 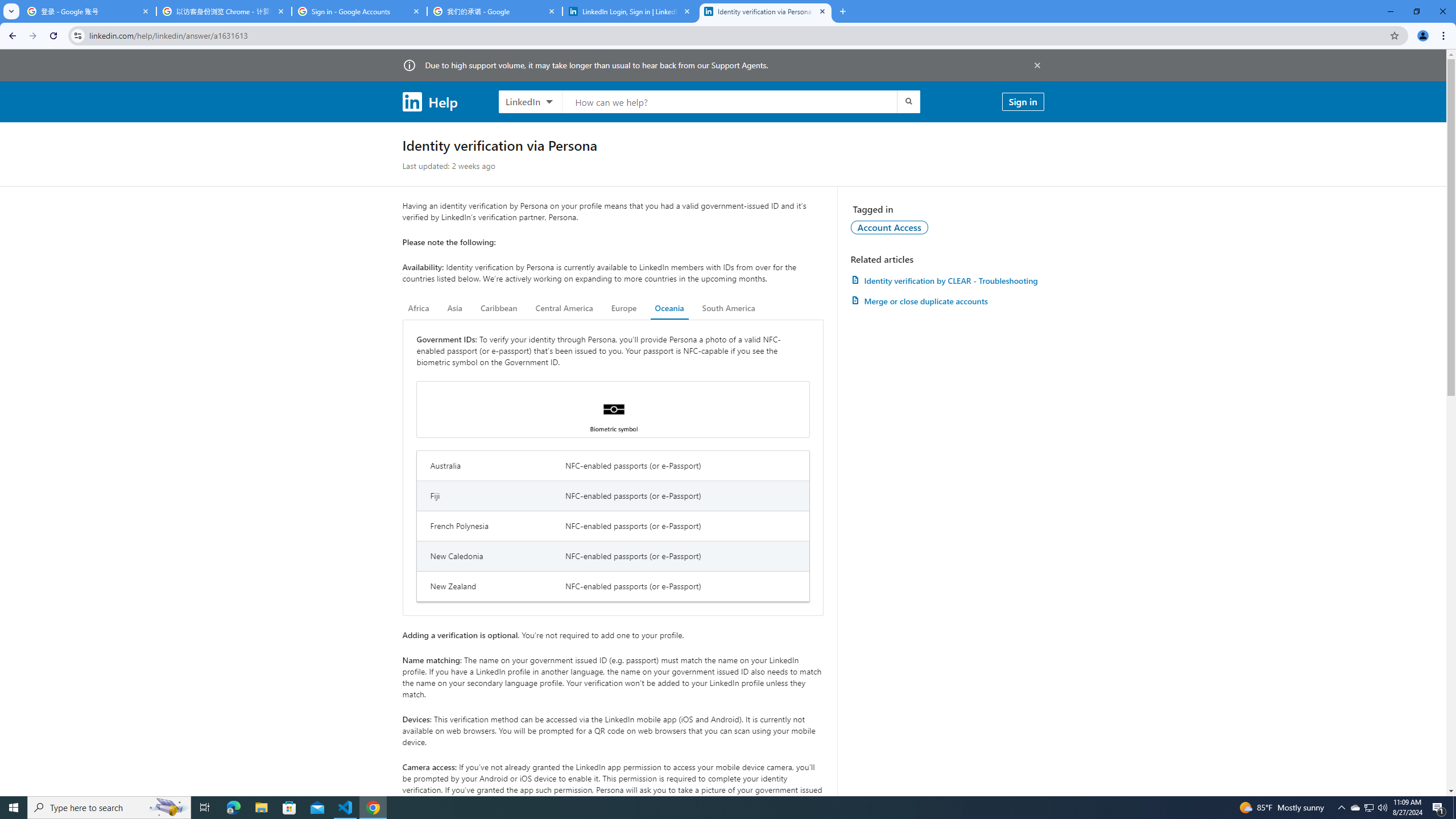 What do you see at coordinates (728, 308) in the screenshot?
I see `'South America'` at bounding box center [728, 308].